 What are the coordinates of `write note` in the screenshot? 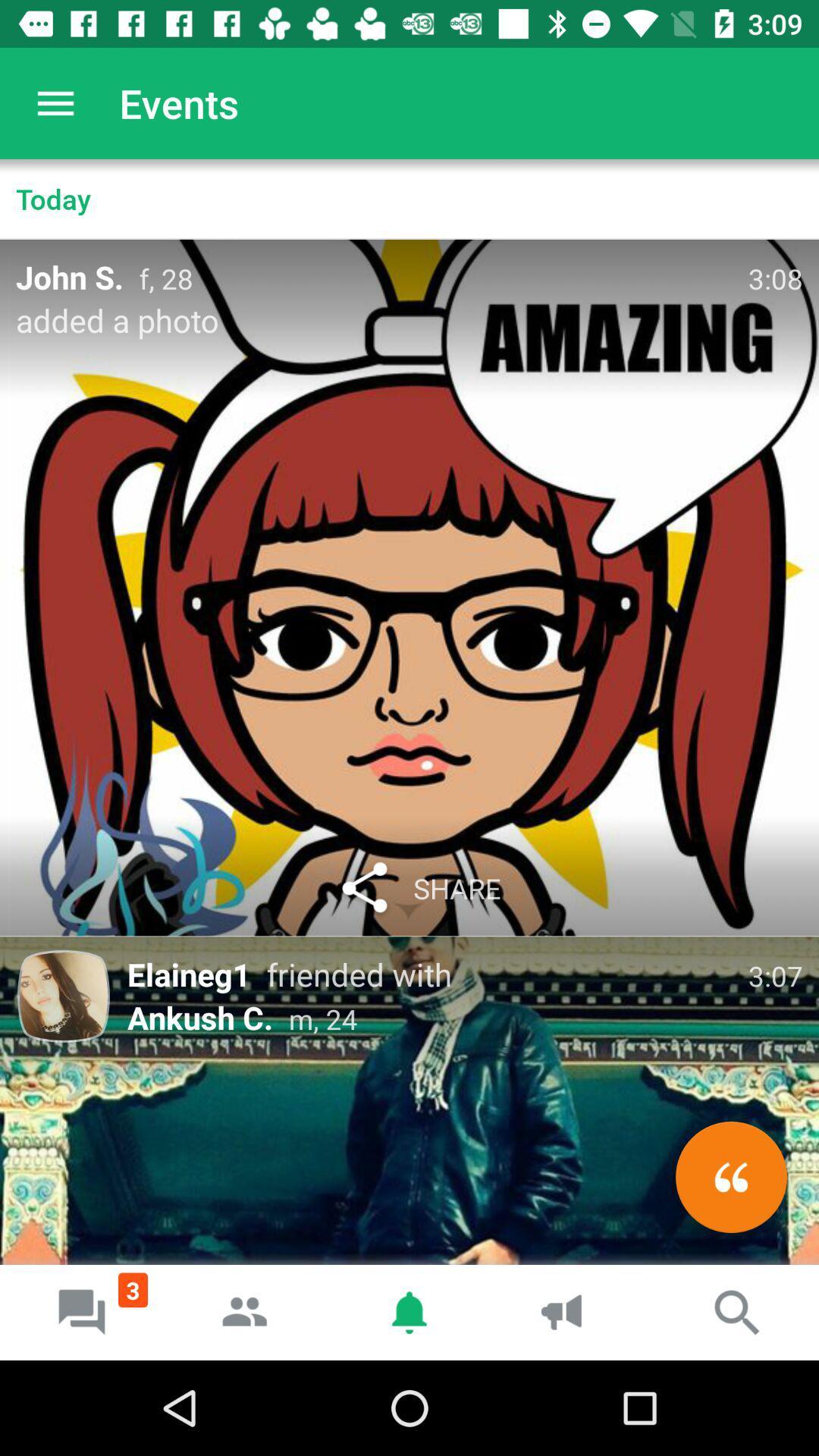 It's located at (730, 1176).